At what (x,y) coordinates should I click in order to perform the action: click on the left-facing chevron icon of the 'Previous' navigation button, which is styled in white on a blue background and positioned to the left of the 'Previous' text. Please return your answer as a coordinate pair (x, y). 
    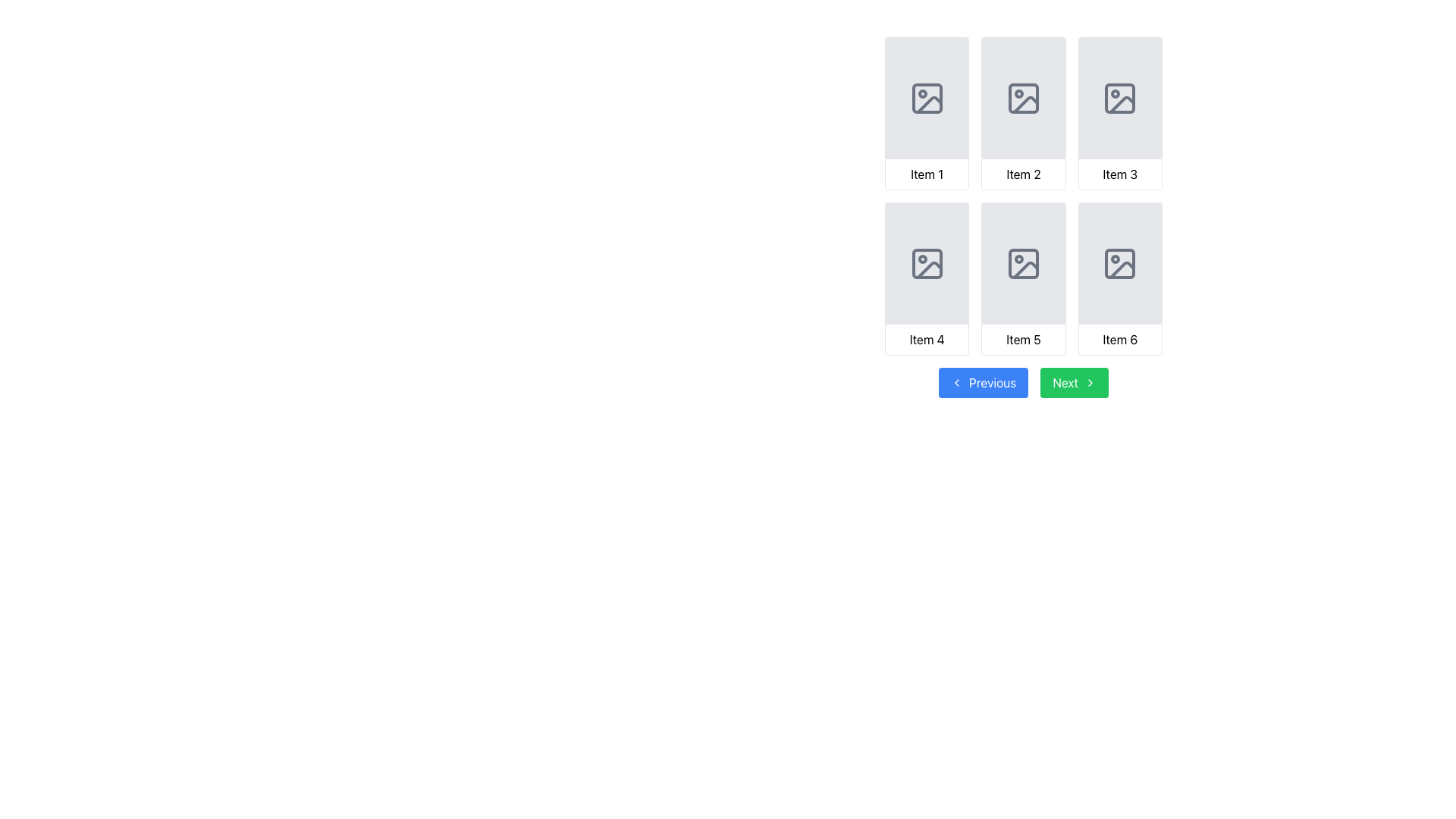
    Looking at the image, I should click on (956, 382).